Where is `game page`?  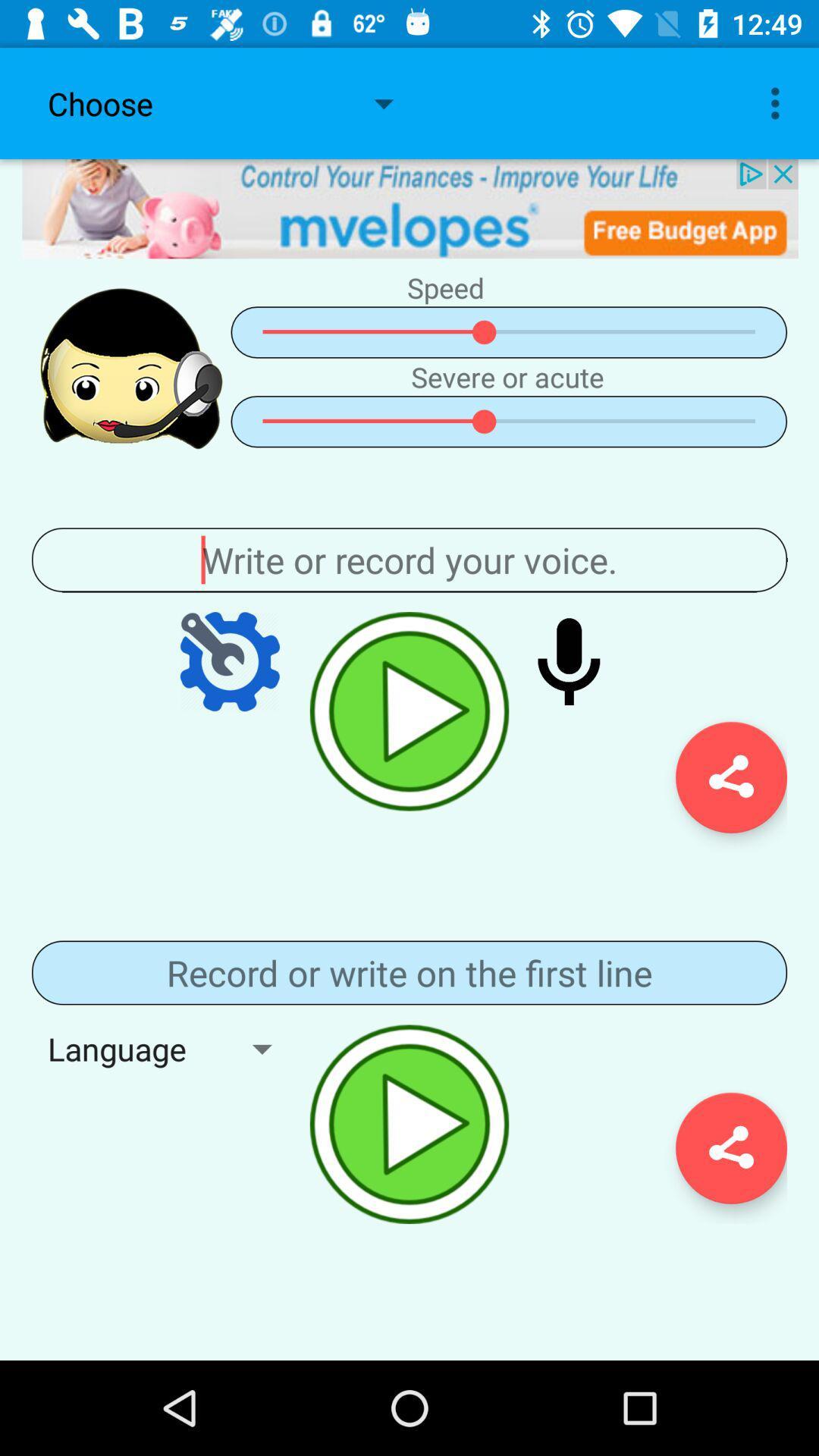 game page is located at coordinates (409, 972).